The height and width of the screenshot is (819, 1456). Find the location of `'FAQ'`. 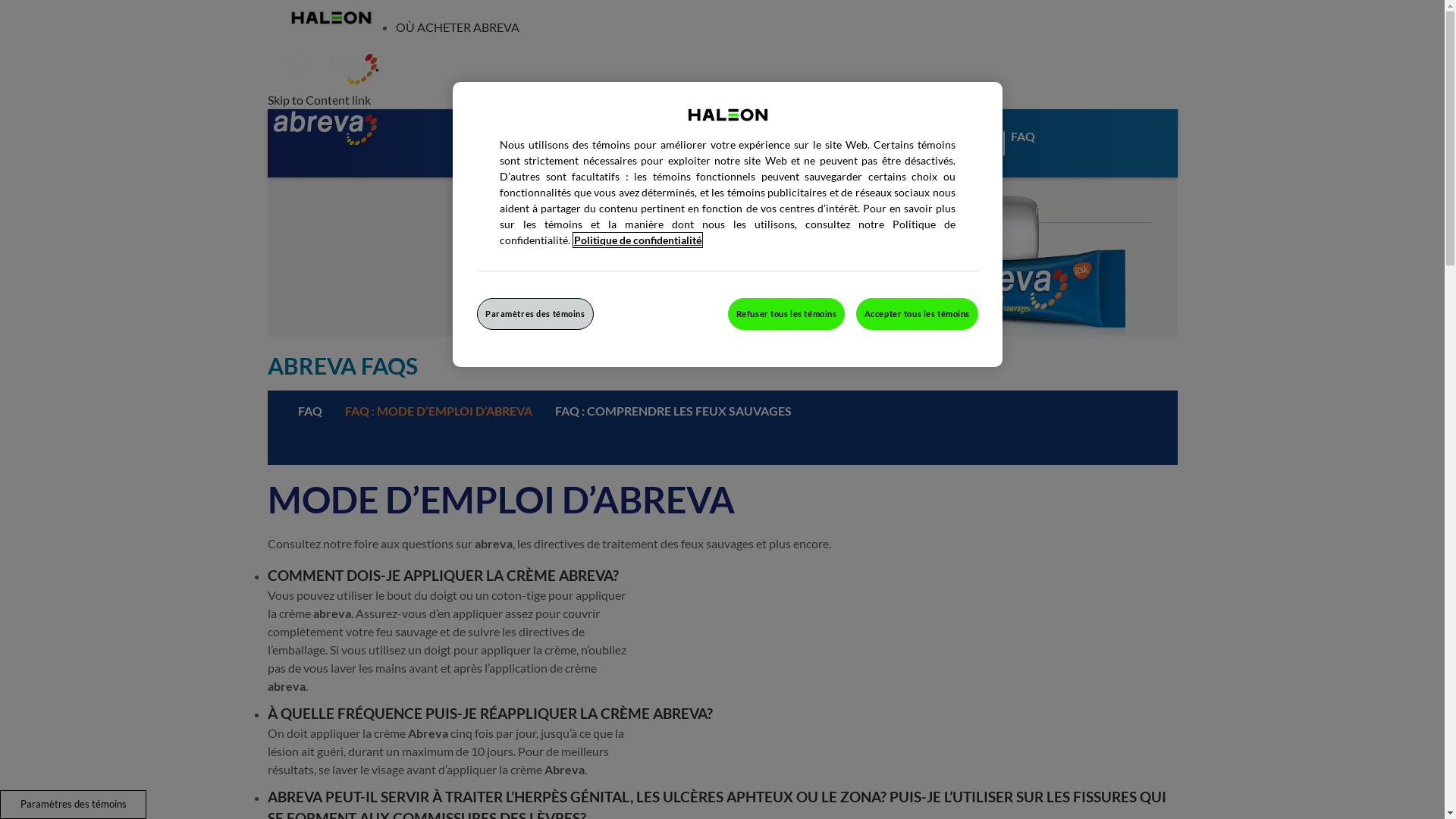

'FAQ' is located at coordinates (309, 411).